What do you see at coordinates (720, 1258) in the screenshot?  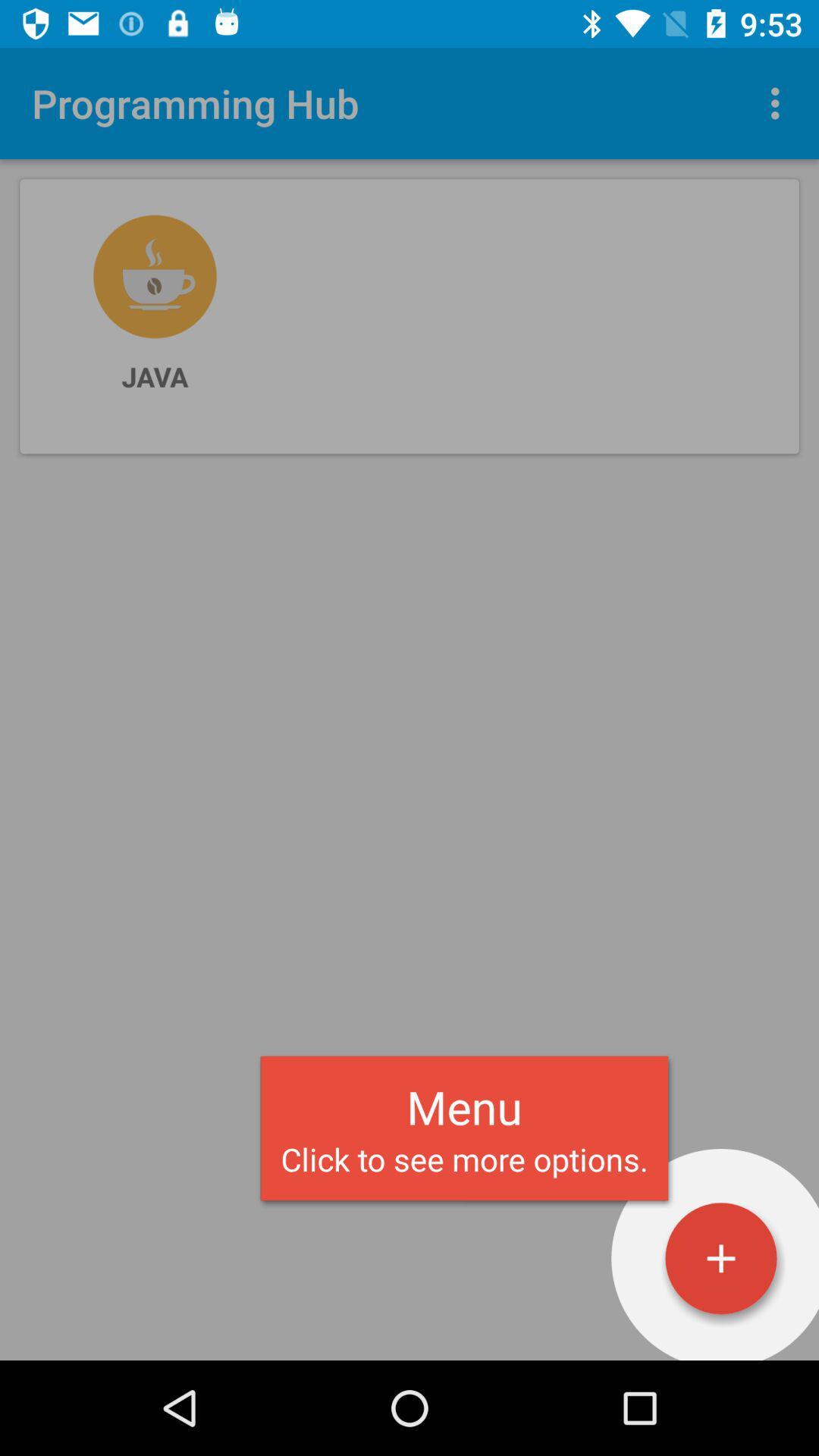 I see `the add icon` at bounding box center [720, 1258].